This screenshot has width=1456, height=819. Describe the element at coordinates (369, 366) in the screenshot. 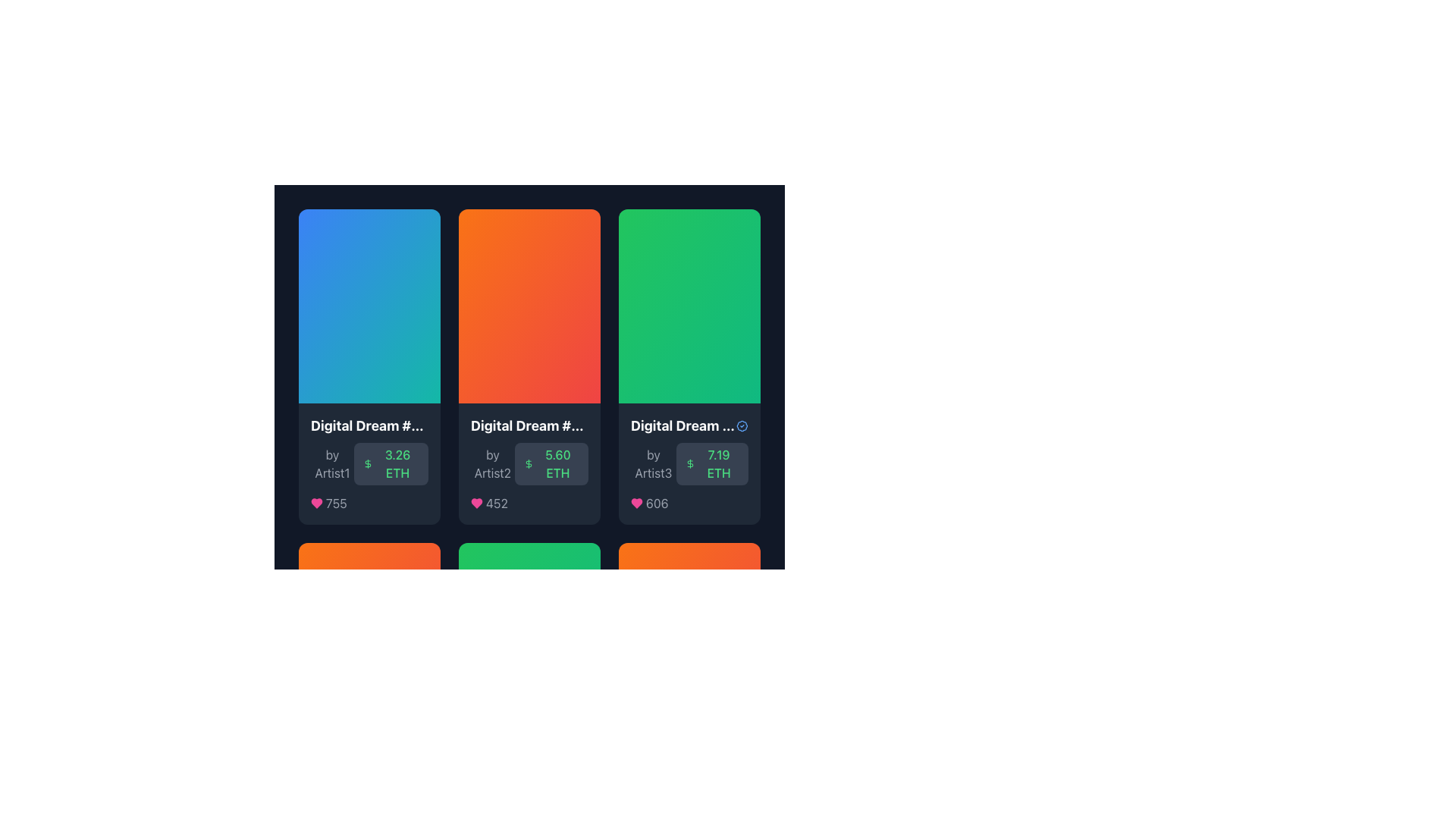

I see `the first card in the digital gallery that displays a product preview, title, creator, price, and social engagement metrics` at that location.